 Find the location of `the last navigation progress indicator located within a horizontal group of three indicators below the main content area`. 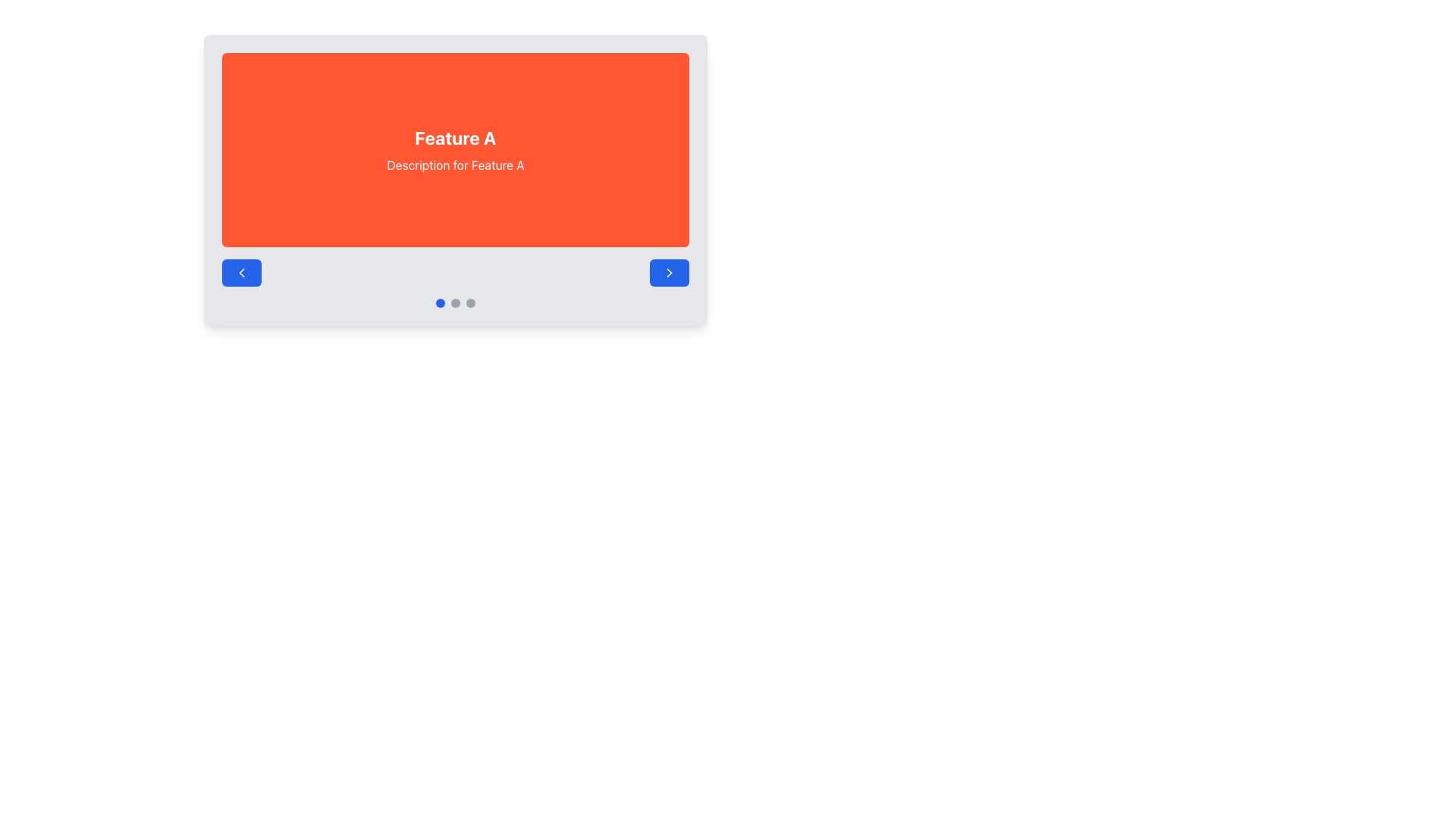

the last navigation progress indicator located within a horizontal group of three indicators below the main content area is located at coordinates (469, 303).